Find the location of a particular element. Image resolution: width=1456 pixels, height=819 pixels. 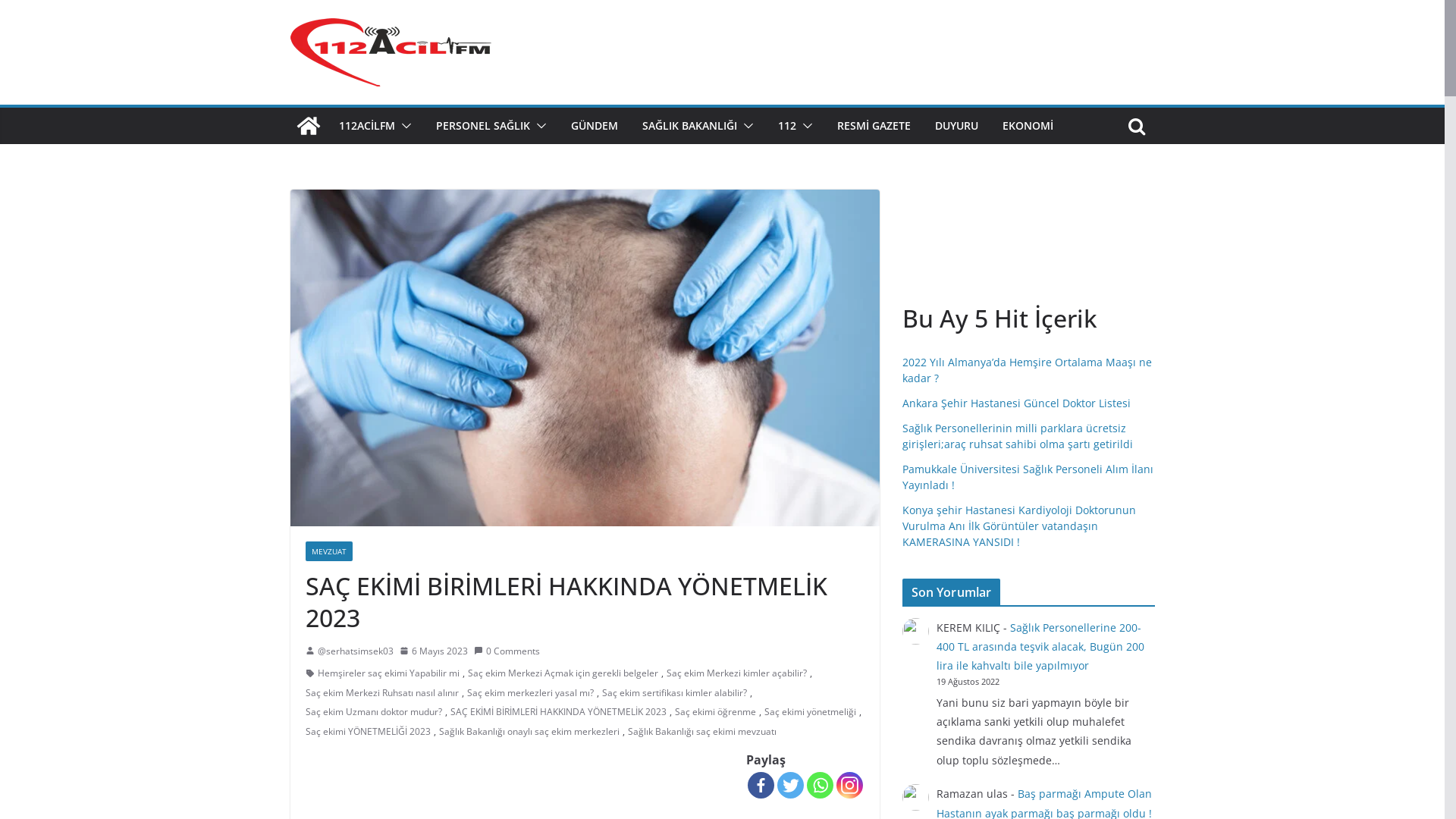

'Twitter' is located at coordinates (789, 785).